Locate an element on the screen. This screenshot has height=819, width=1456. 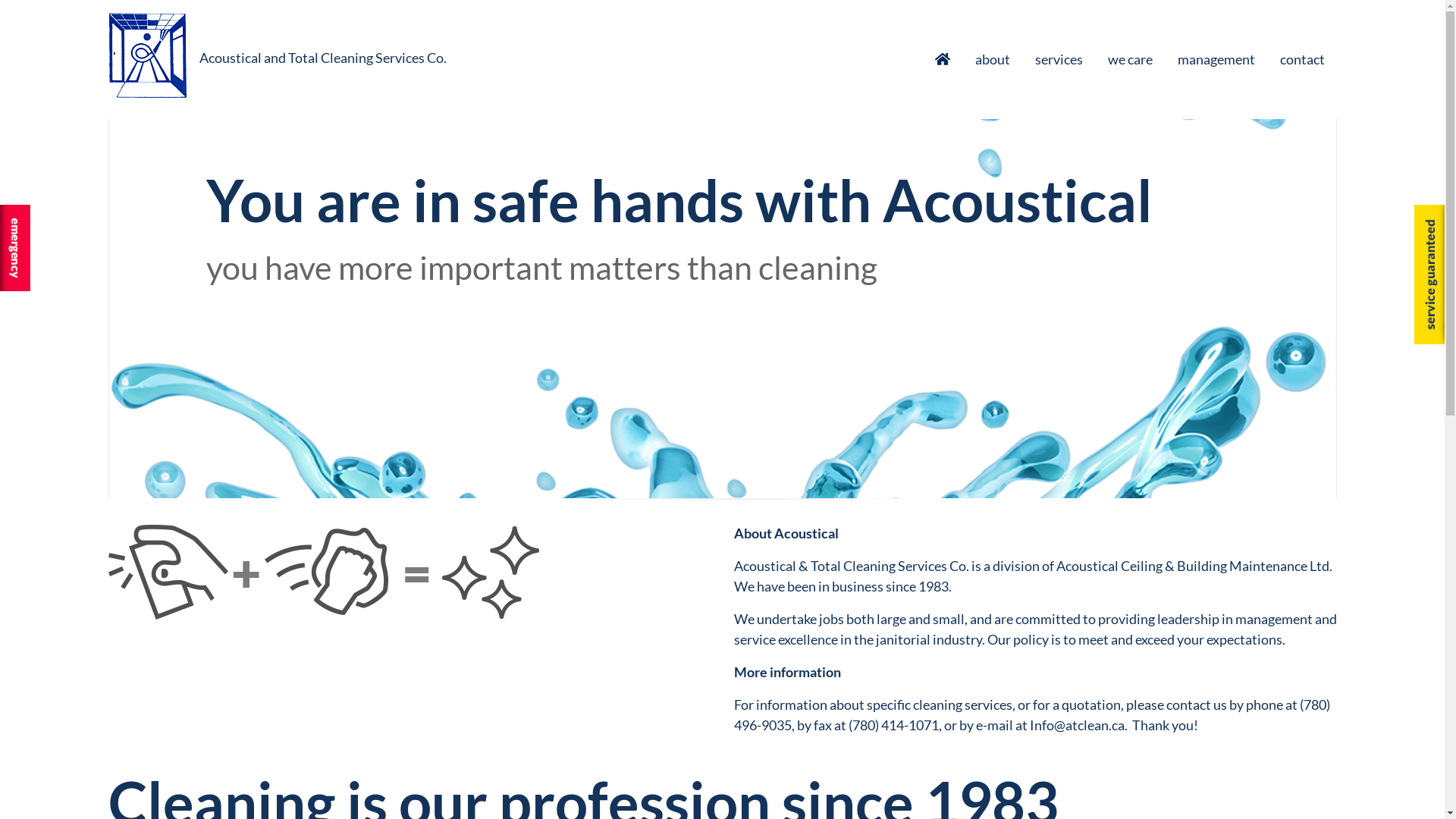
'contact' is located at coordinates (1307, 58).